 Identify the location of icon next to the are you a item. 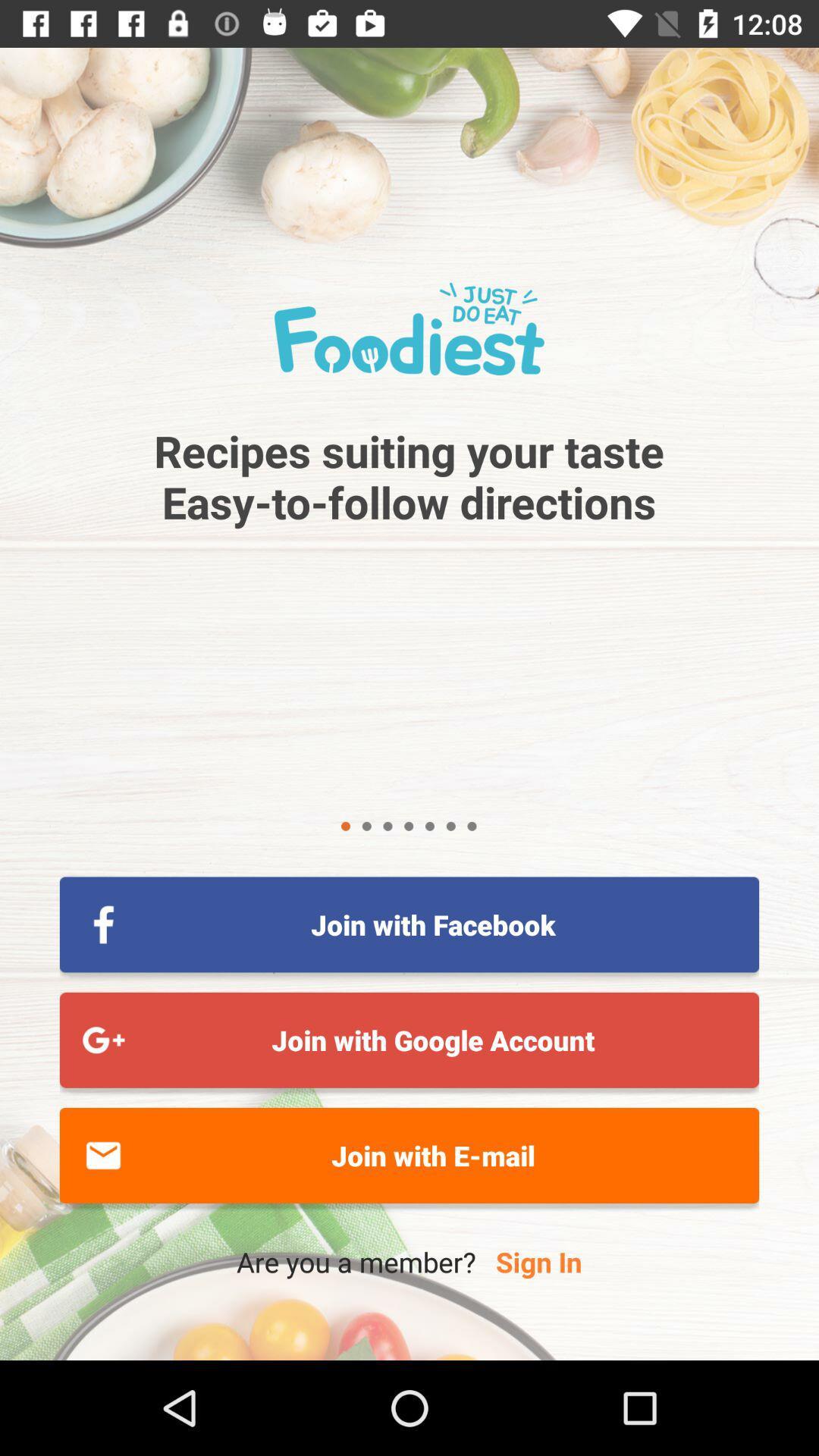
(538, 1262).